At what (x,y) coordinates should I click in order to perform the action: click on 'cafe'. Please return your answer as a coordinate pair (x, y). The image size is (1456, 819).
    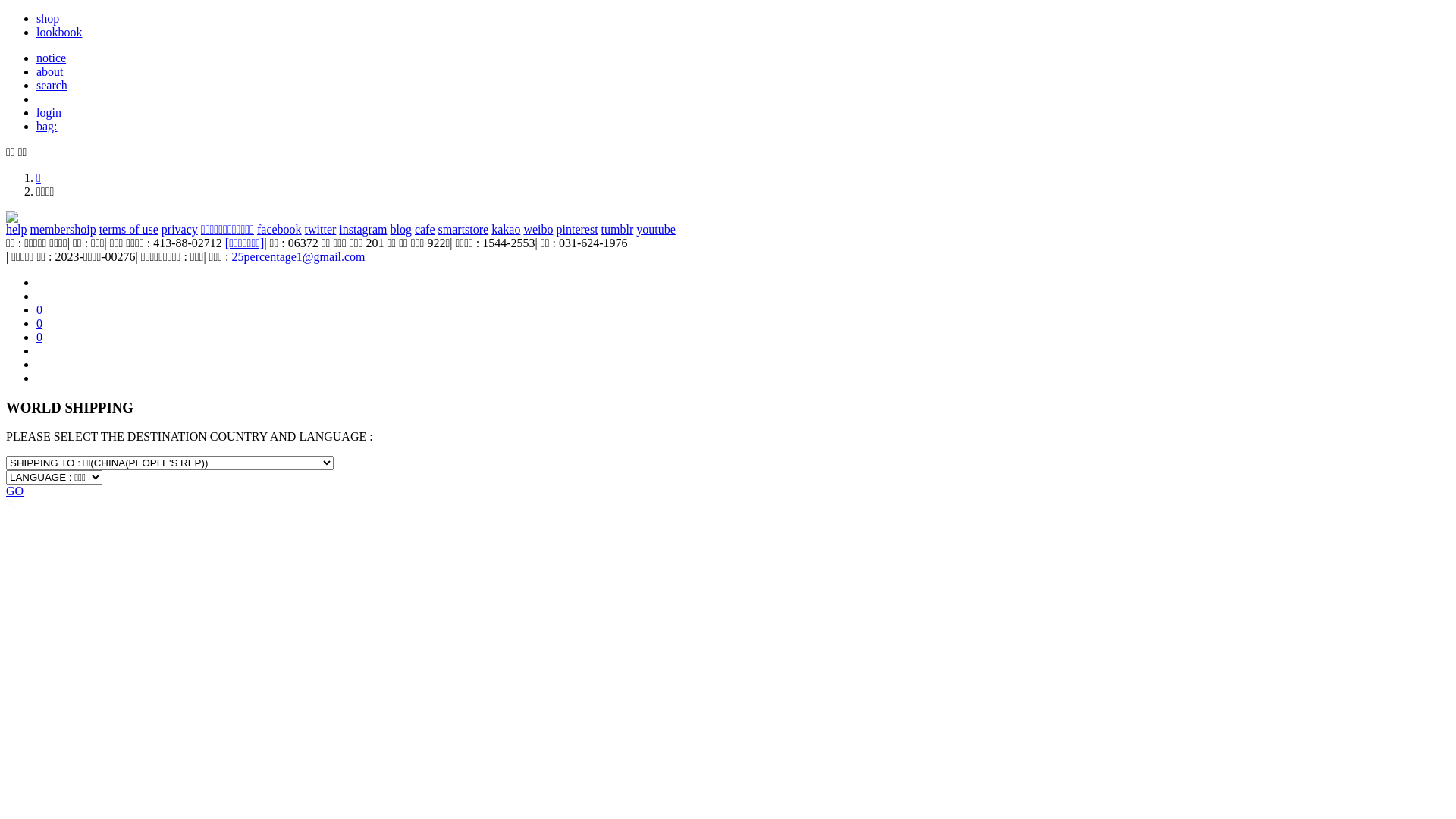
    Looking at the image, I should click on (425, 229).